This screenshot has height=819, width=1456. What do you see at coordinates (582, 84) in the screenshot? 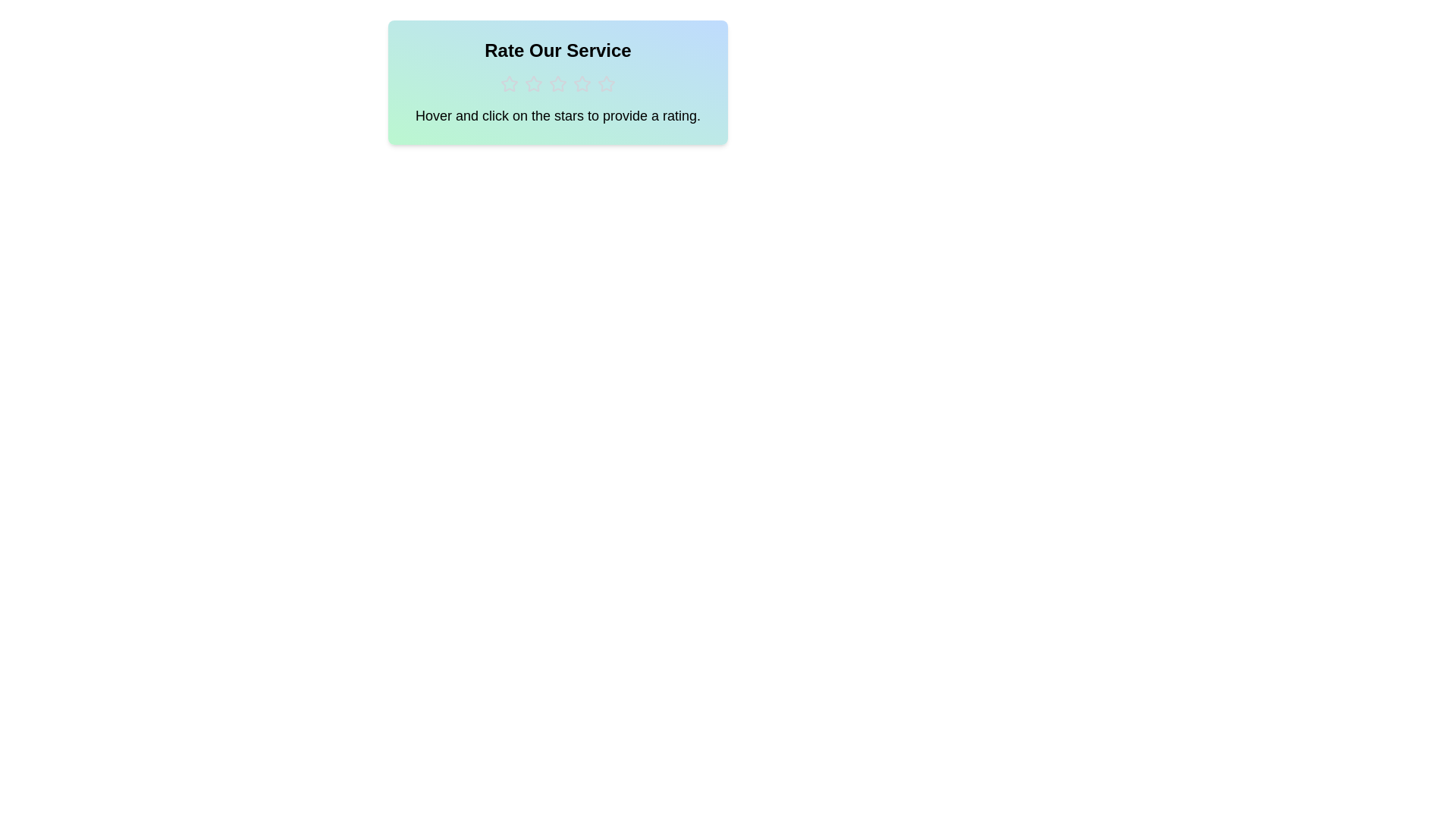
I see `the star corresponding to 4 to preview the rating` at bounding box center [582, 84].